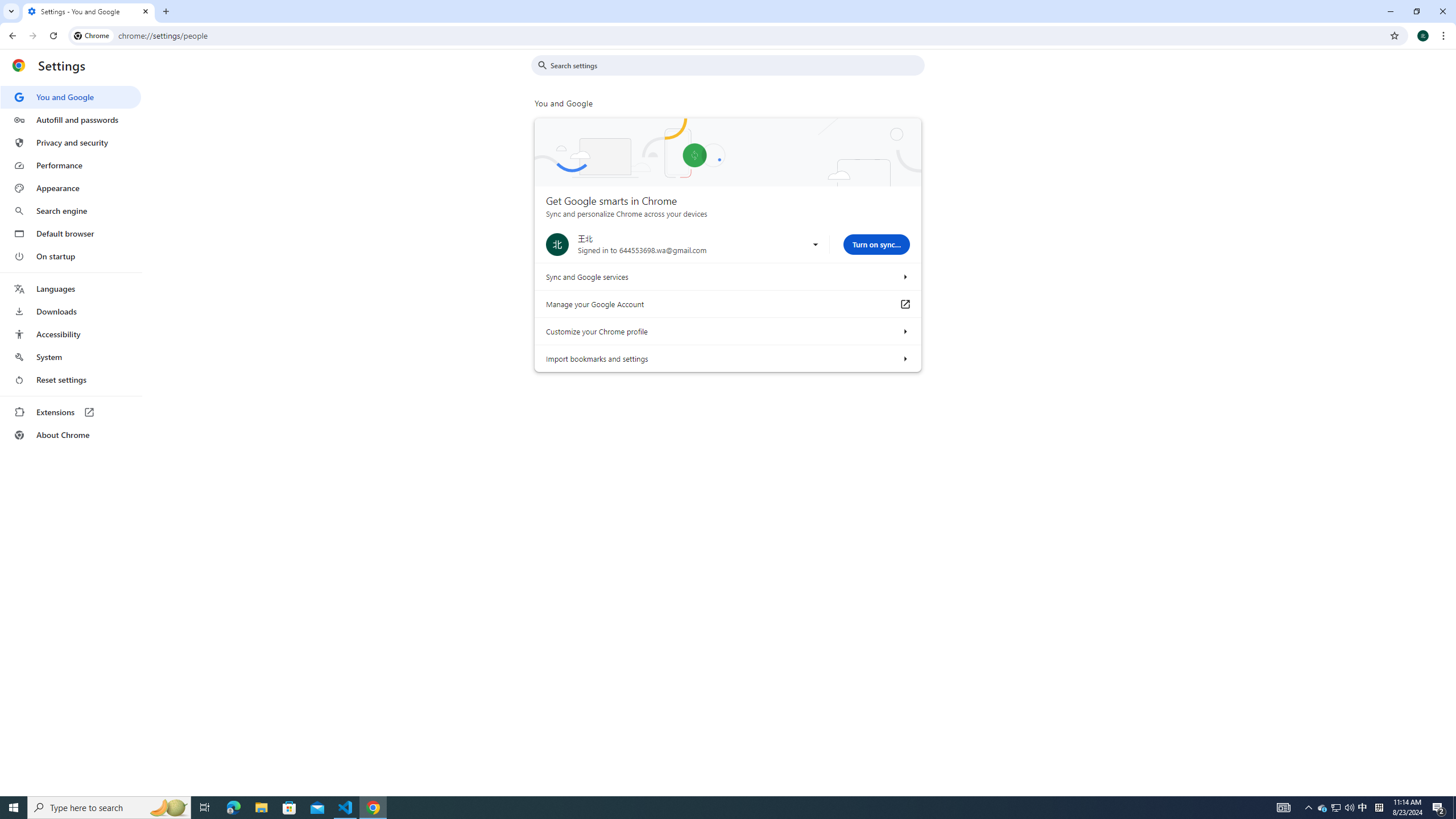 This screenshot has height=819, width=1456. Describe the element at coordinates (70, 142) in the screenshot. I see `'Privacy and security'` at that location.